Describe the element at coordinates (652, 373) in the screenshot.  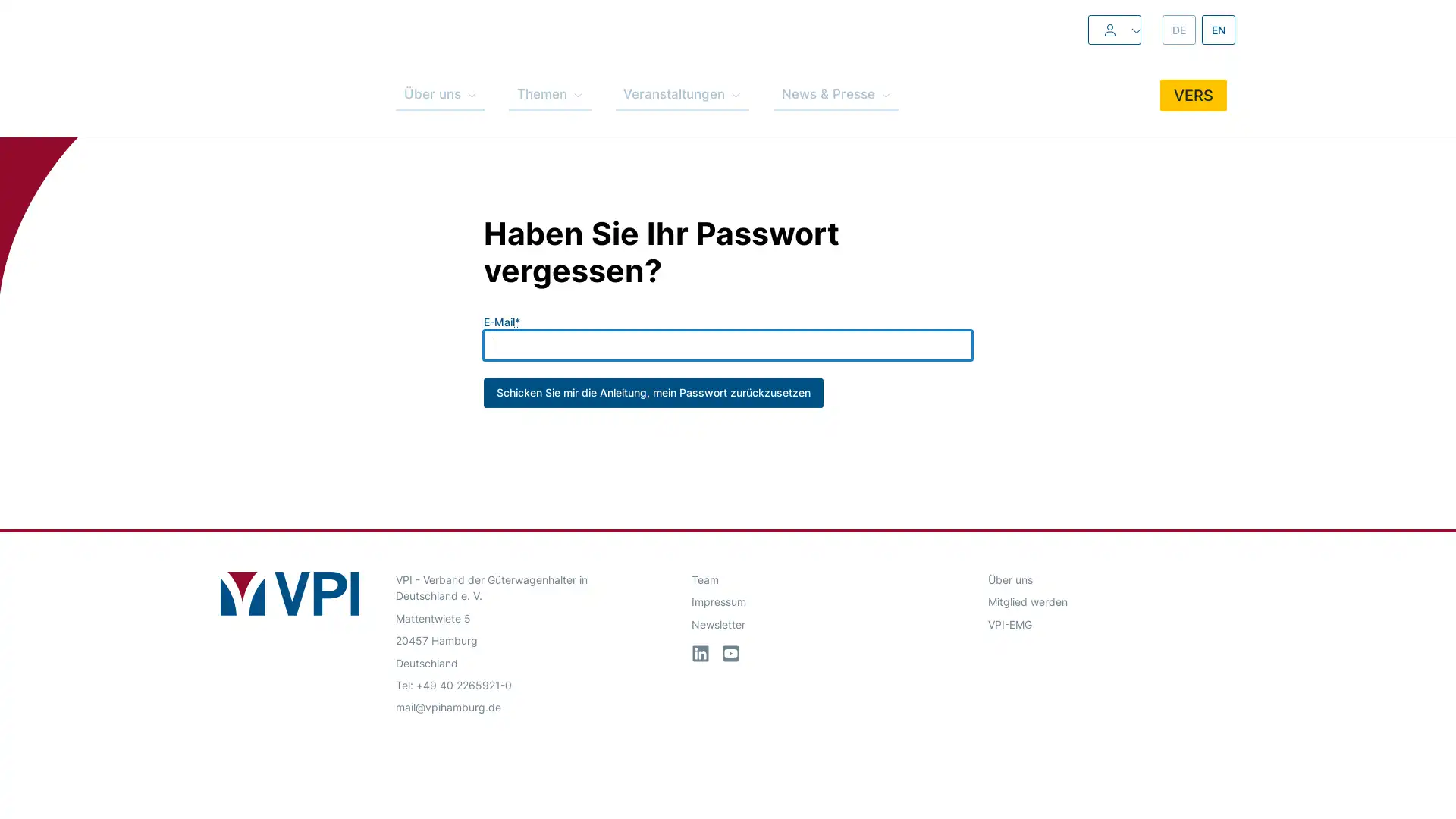
I see `Schicken Sie mir die Anleitung, mein Passwort zuruckzusetzen` at that location.